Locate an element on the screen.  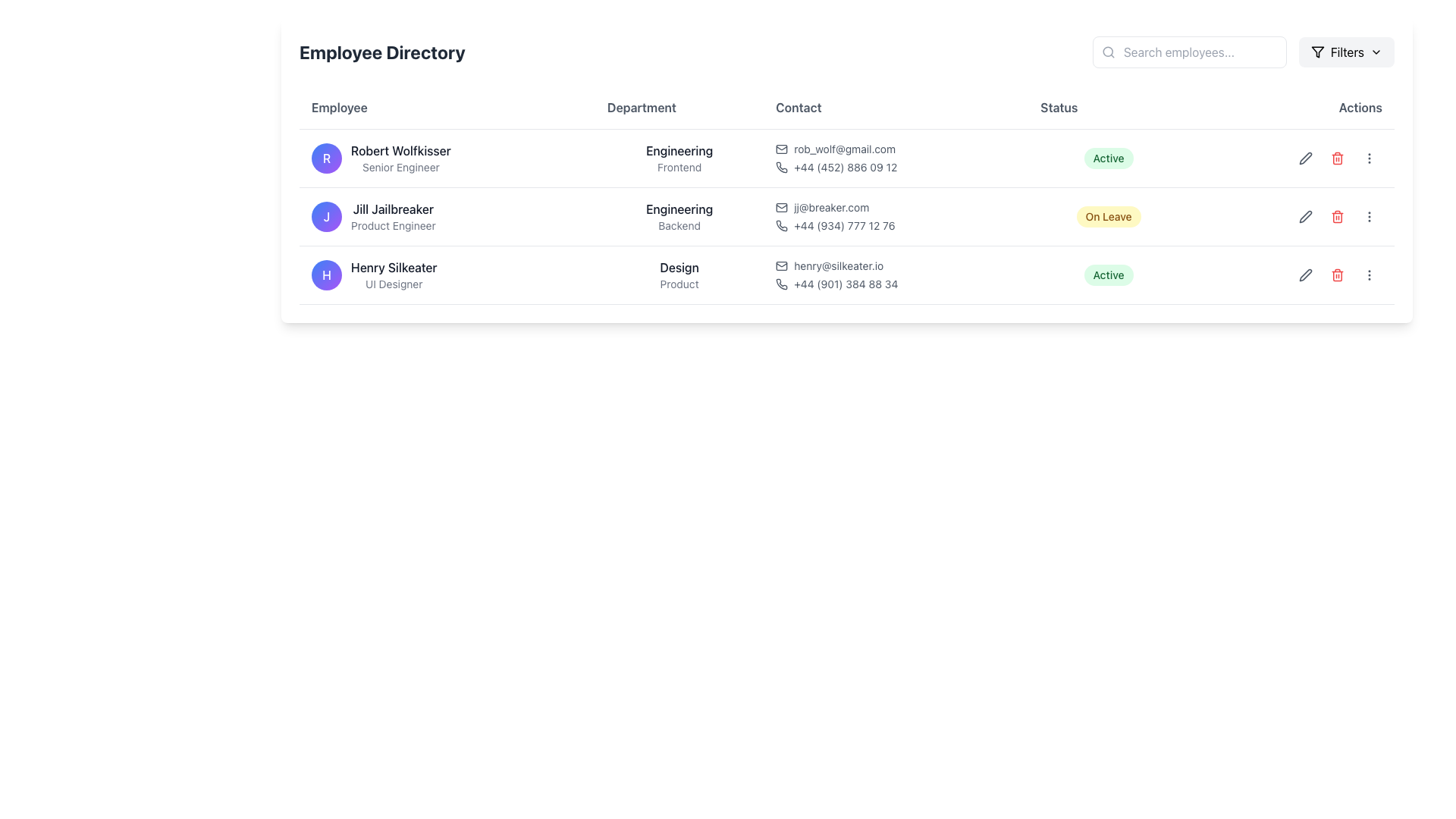
the red trash bin icon located in the 'Actions' column of the third row in the table is located at coordinates (1337, 275).